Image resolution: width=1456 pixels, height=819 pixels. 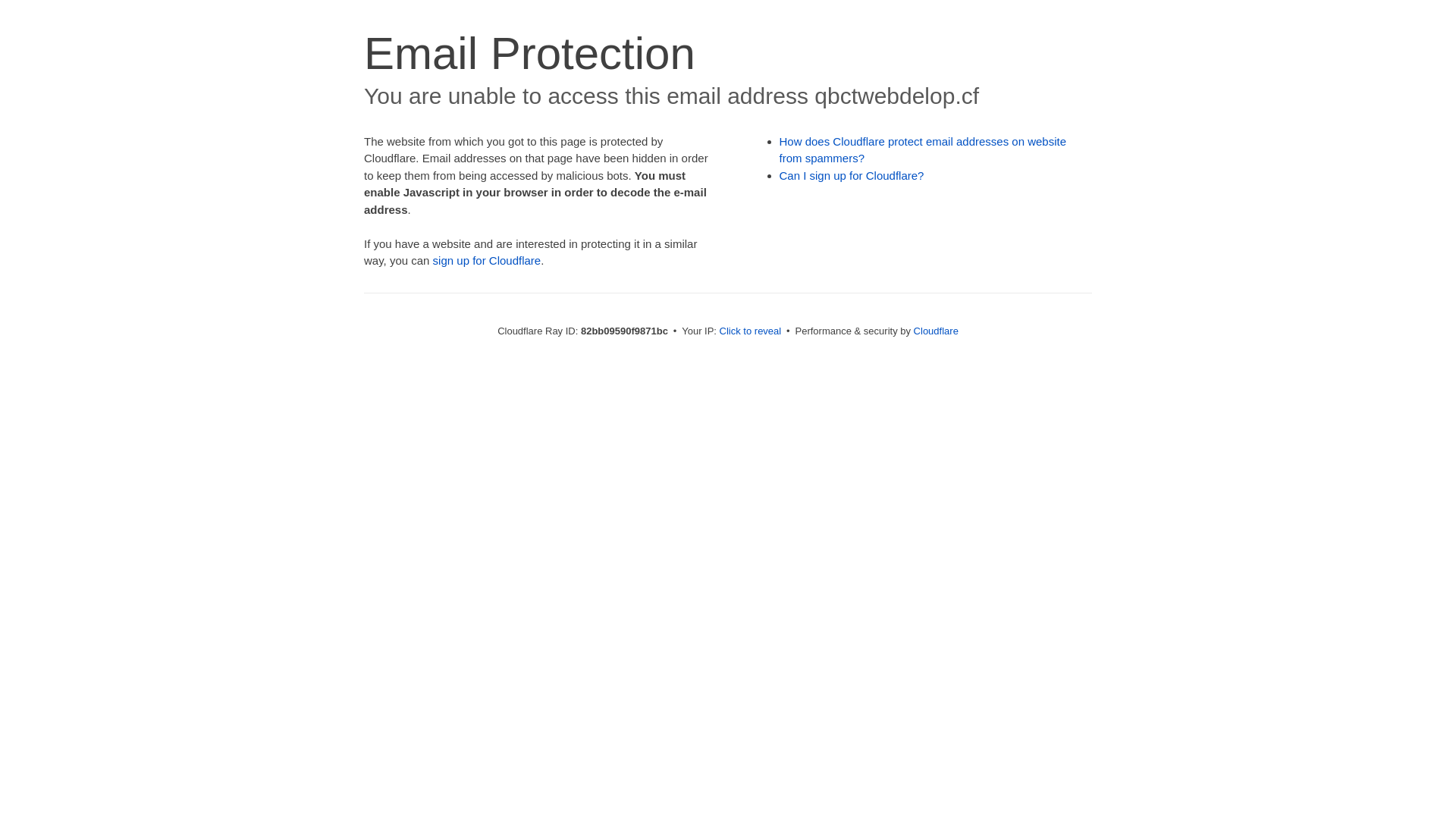 I want to click on 'Click to reveal', so click(x=719, y=330).